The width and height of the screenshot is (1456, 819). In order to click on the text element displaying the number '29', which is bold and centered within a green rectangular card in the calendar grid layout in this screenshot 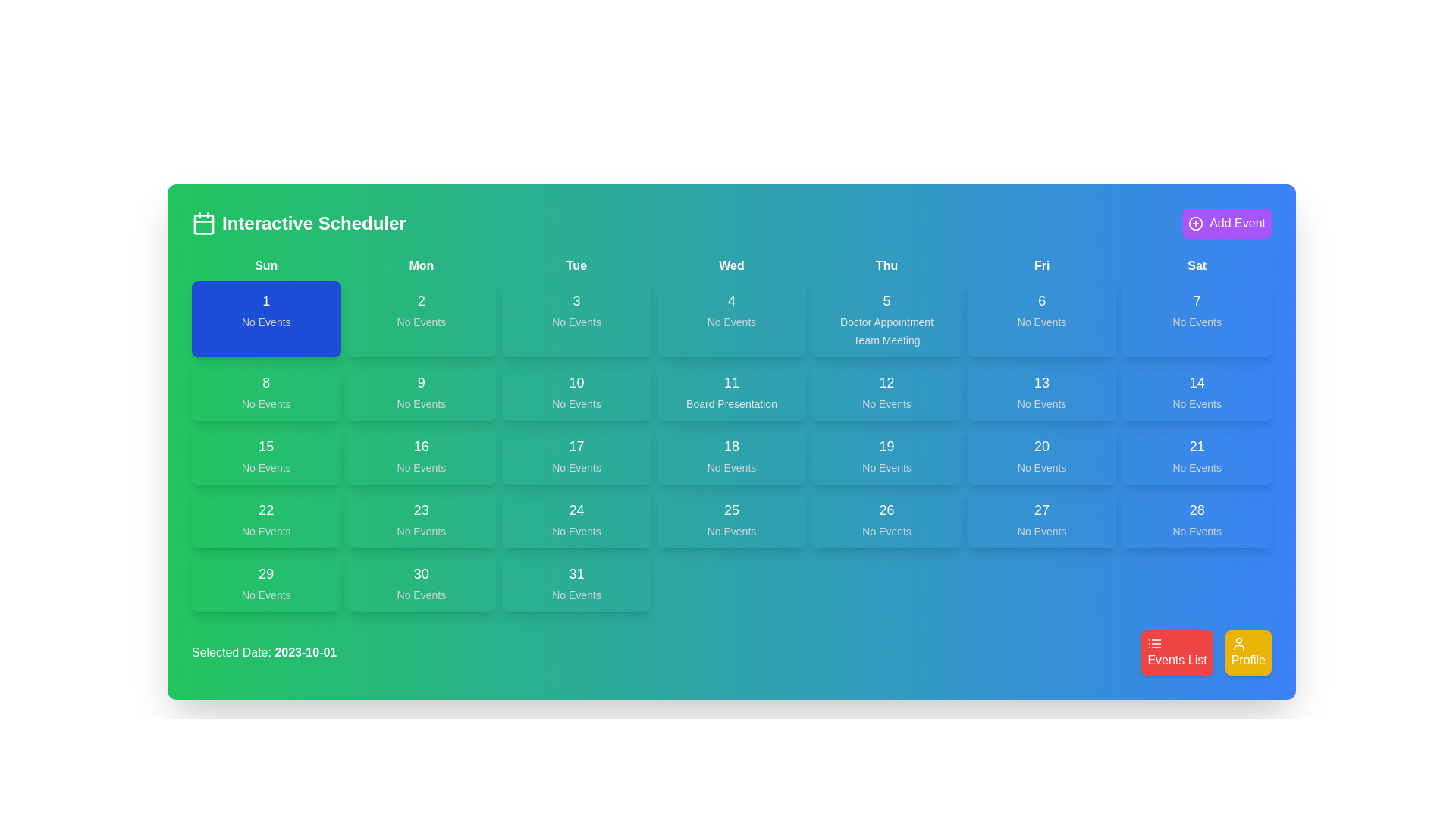, I will do `click(266, 573)`.